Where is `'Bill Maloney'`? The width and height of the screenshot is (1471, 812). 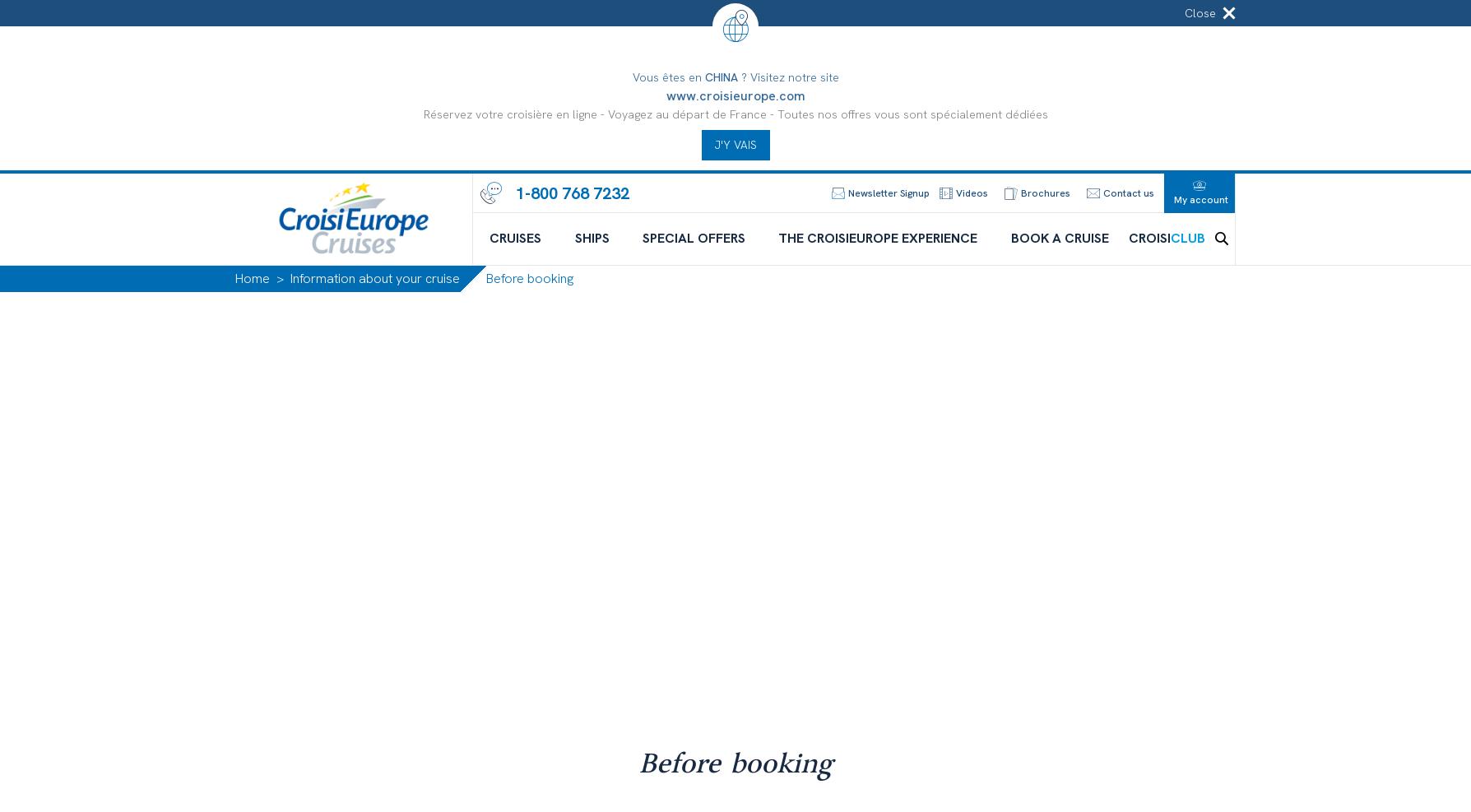
'Bill Maloney' is located at coordinates (764, 790).